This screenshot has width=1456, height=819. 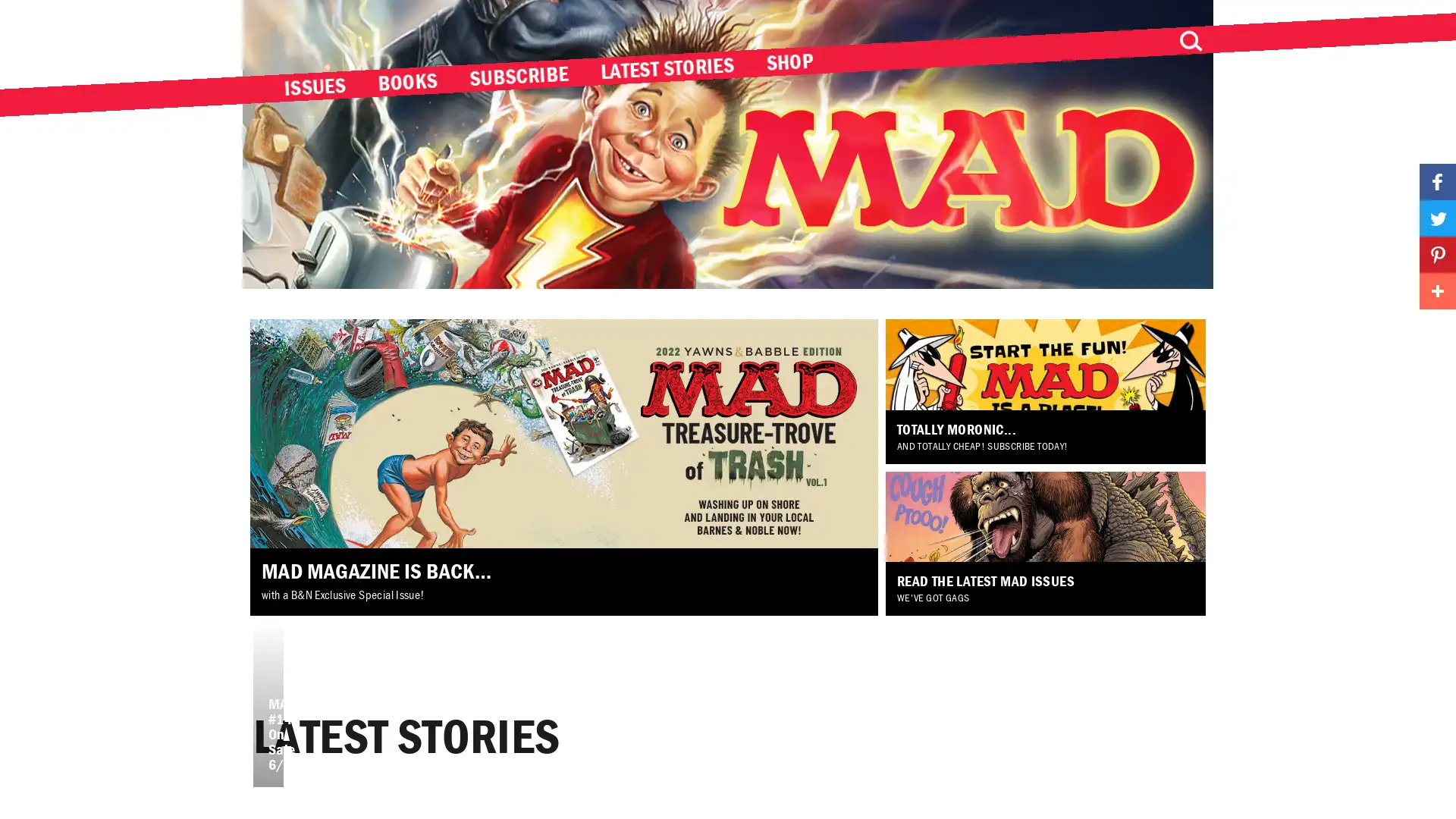 What do you see at coordinates (1189, 40) in the screenshot?
I see `go` at bounding box center [1189, 40].